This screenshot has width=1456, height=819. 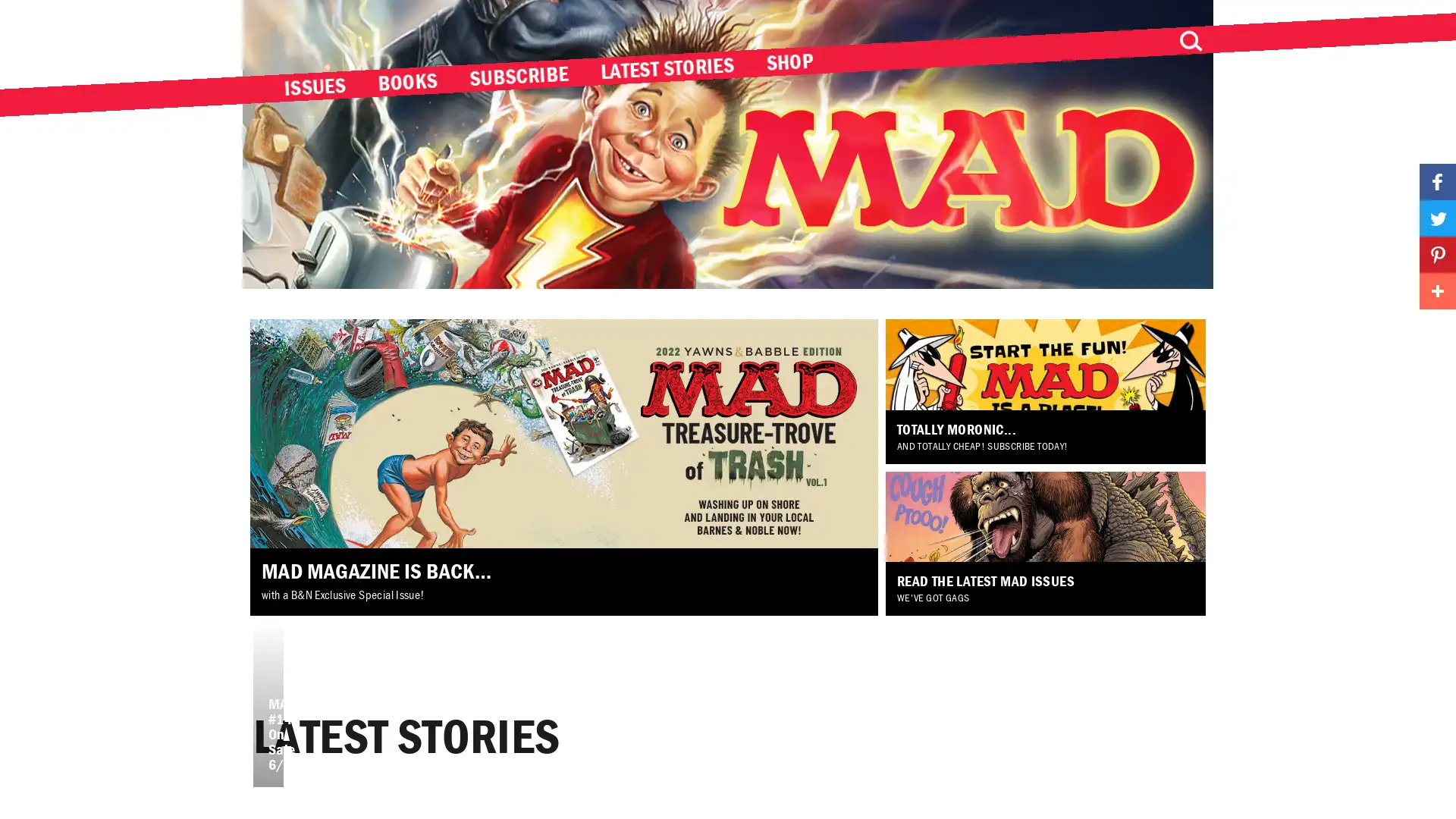 What do you see at coordinates (1189, 40) in the screenshot?
I see `go` at bounding box center [1189, 40].